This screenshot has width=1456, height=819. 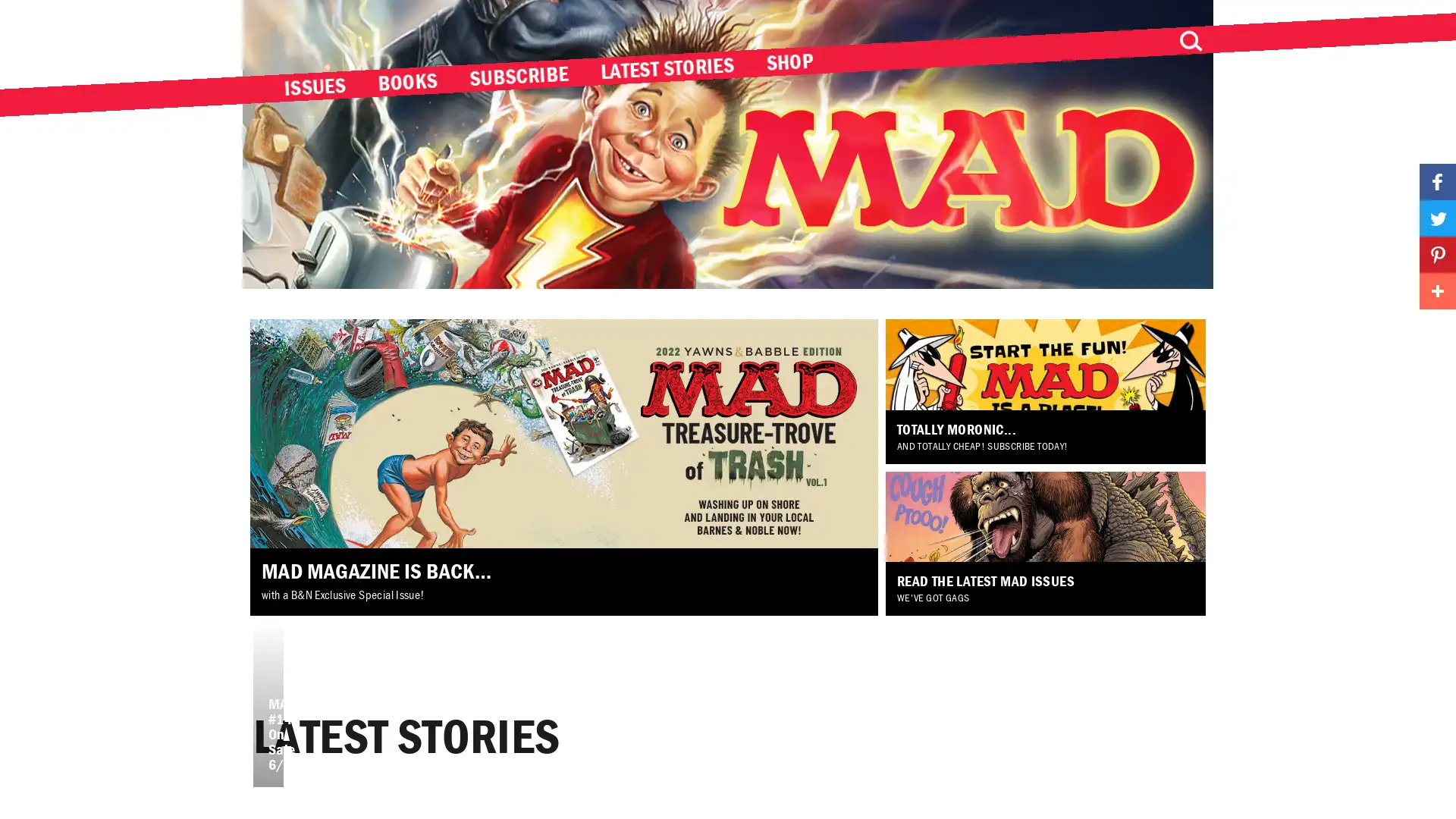 What do you see at coordinates (1189, 40) in the screenshot?
I see `go` at bounding box center [1189, 40].